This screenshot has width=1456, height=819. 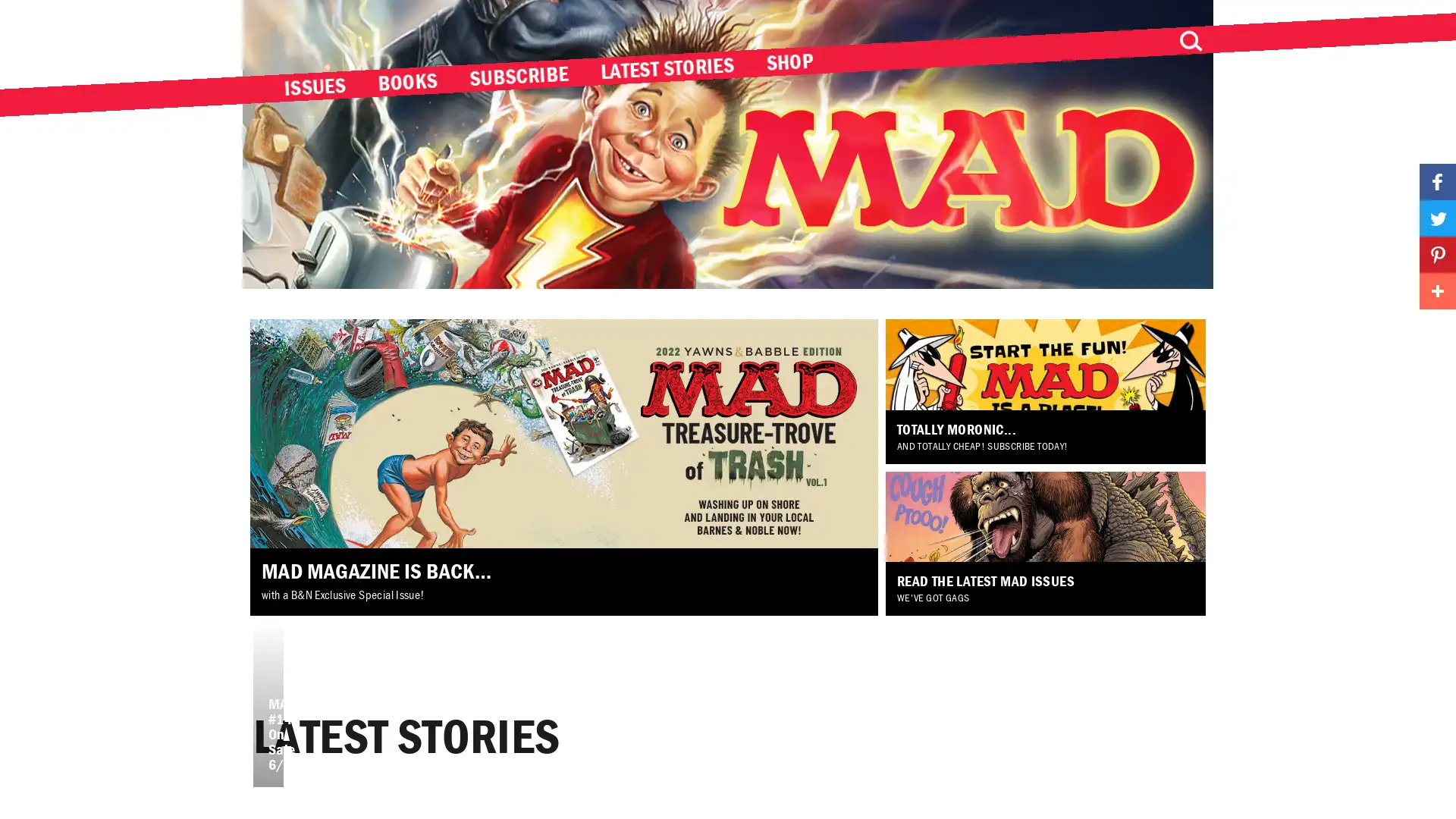 What do you see at coordinates (1189, 40) in the screenshot?
I see `go` at bounding box center [1189, 40].